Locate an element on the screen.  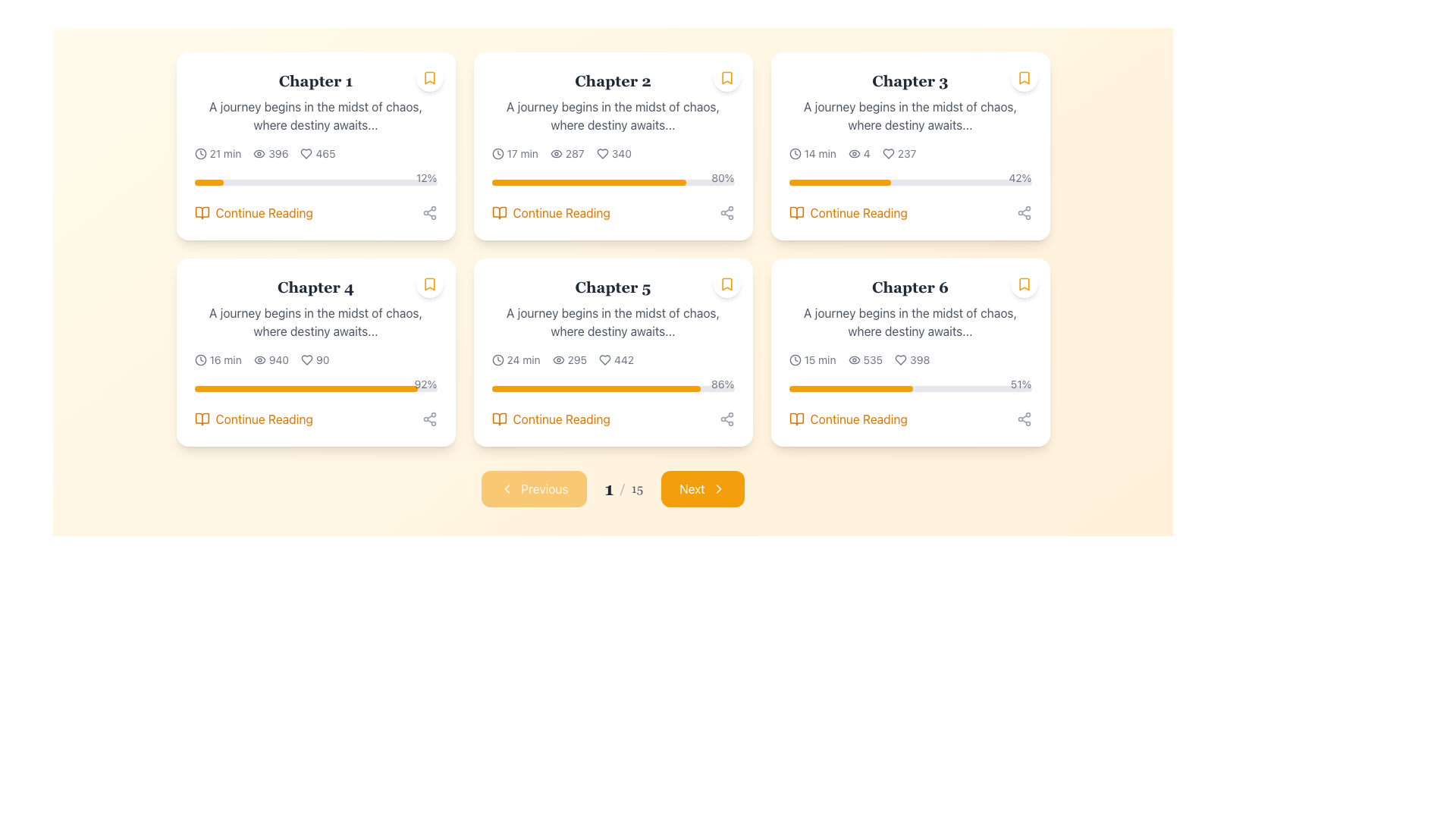
current page number indicator located at the center of the Pagination navigation bar, which is positioned between the 'Previous' and 'Next' buttons is located at coordinates (613, 488).